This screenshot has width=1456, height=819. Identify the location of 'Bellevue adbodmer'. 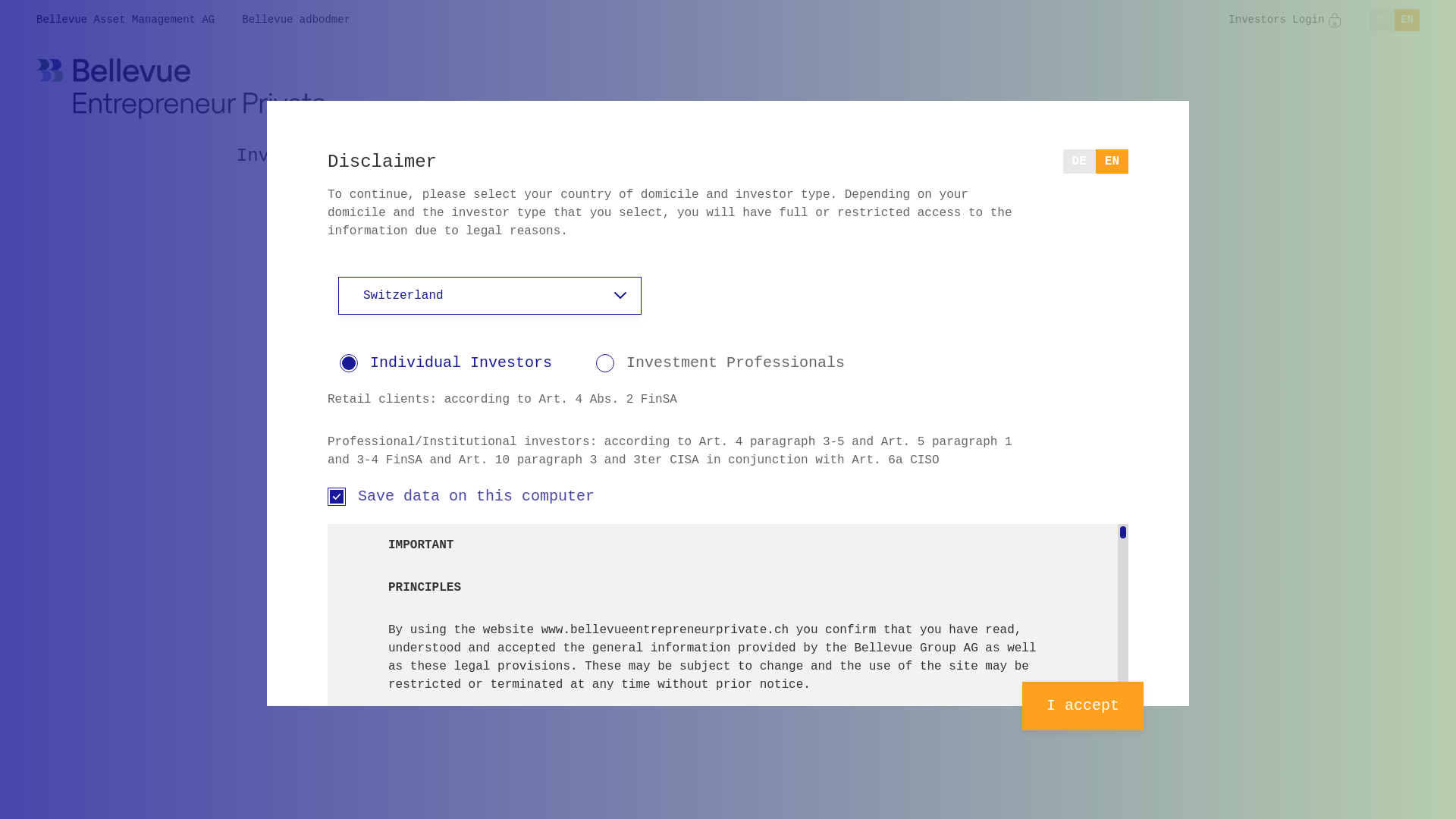
(296, 20).